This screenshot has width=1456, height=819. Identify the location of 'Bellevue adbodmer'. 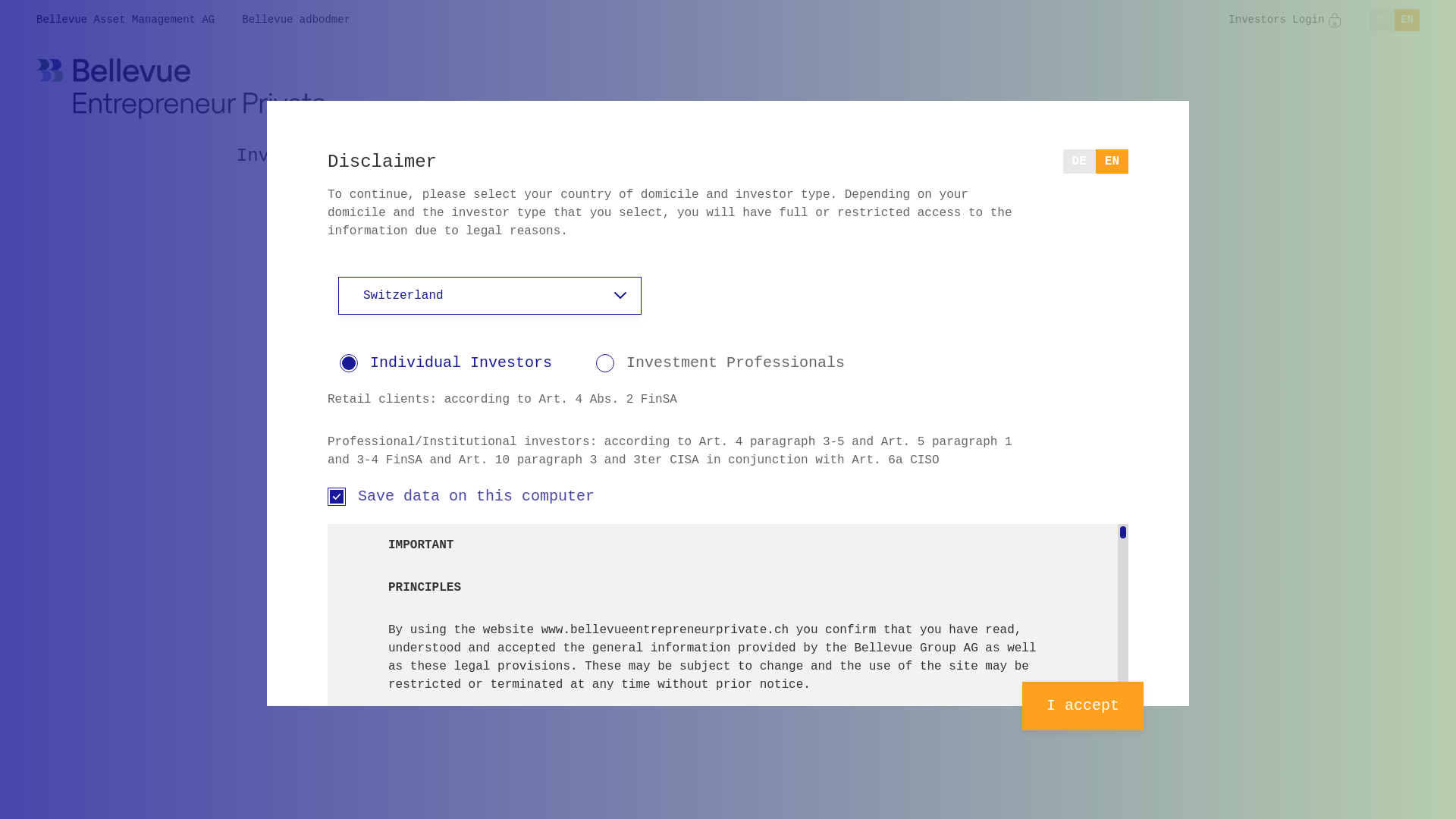
(296, 20).